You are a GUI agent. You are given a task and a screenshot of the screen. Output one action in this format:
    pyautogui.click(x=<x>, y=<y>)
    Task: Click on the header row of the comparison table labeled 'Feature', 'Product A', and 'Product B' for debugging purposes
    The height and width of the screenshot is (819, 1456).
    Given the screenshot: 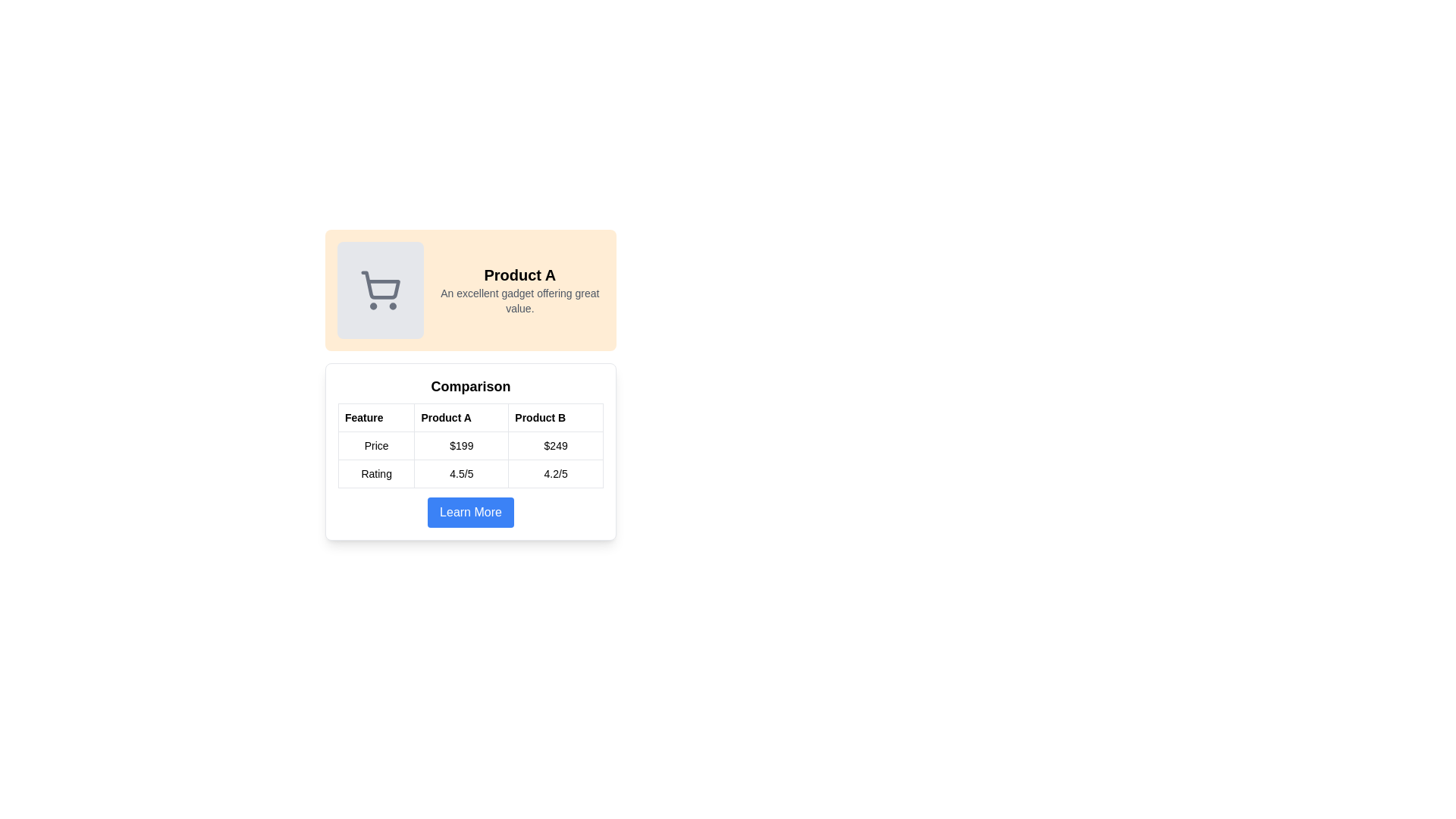 What is the action you would take?
    pyautogui.click(x=469, y=418)
    